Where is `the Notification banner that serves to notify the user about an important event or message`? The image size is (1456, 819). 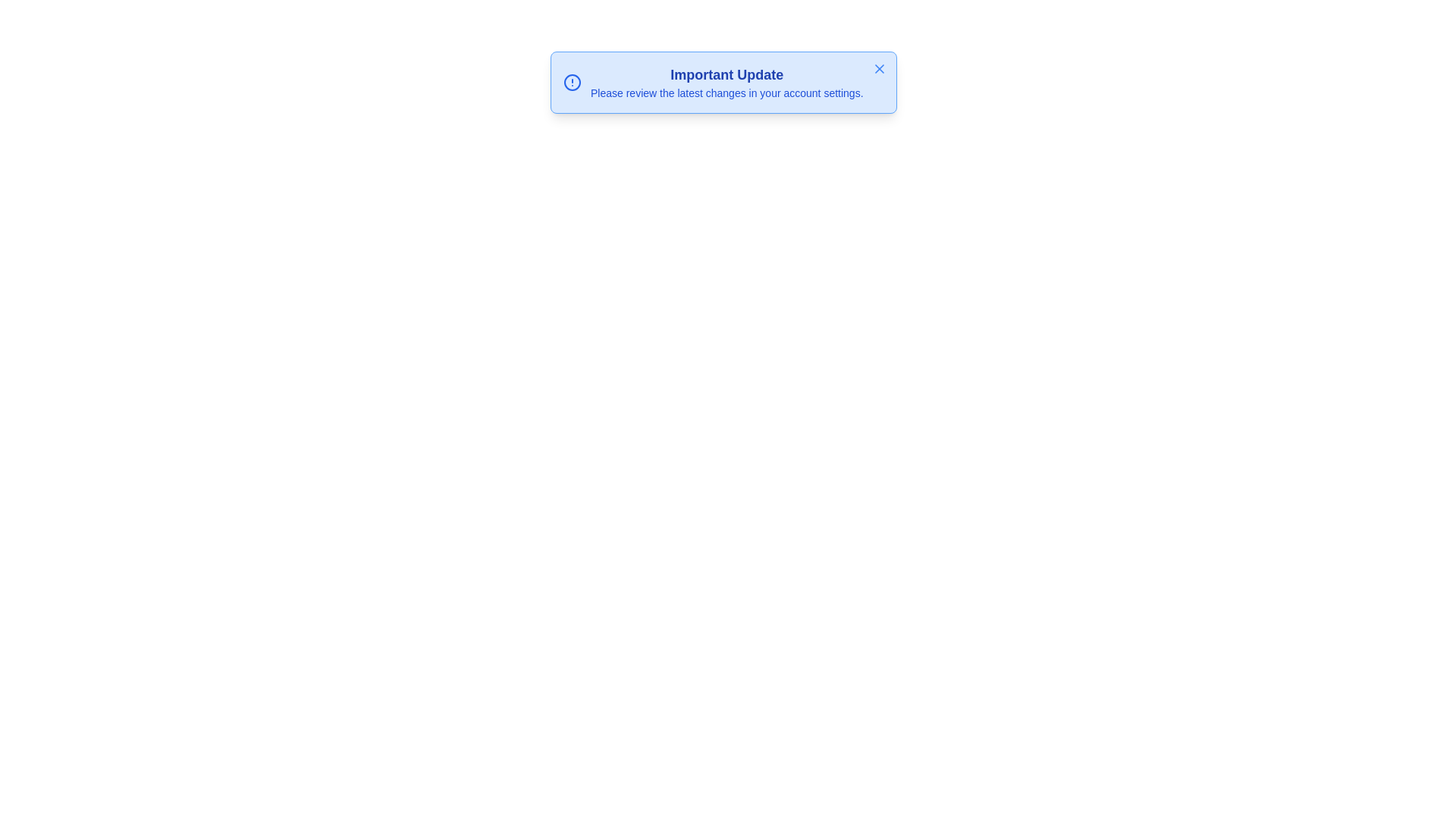 the Notification banner that serves to notify the user about an important event or message is located at coordinates (723, 82).